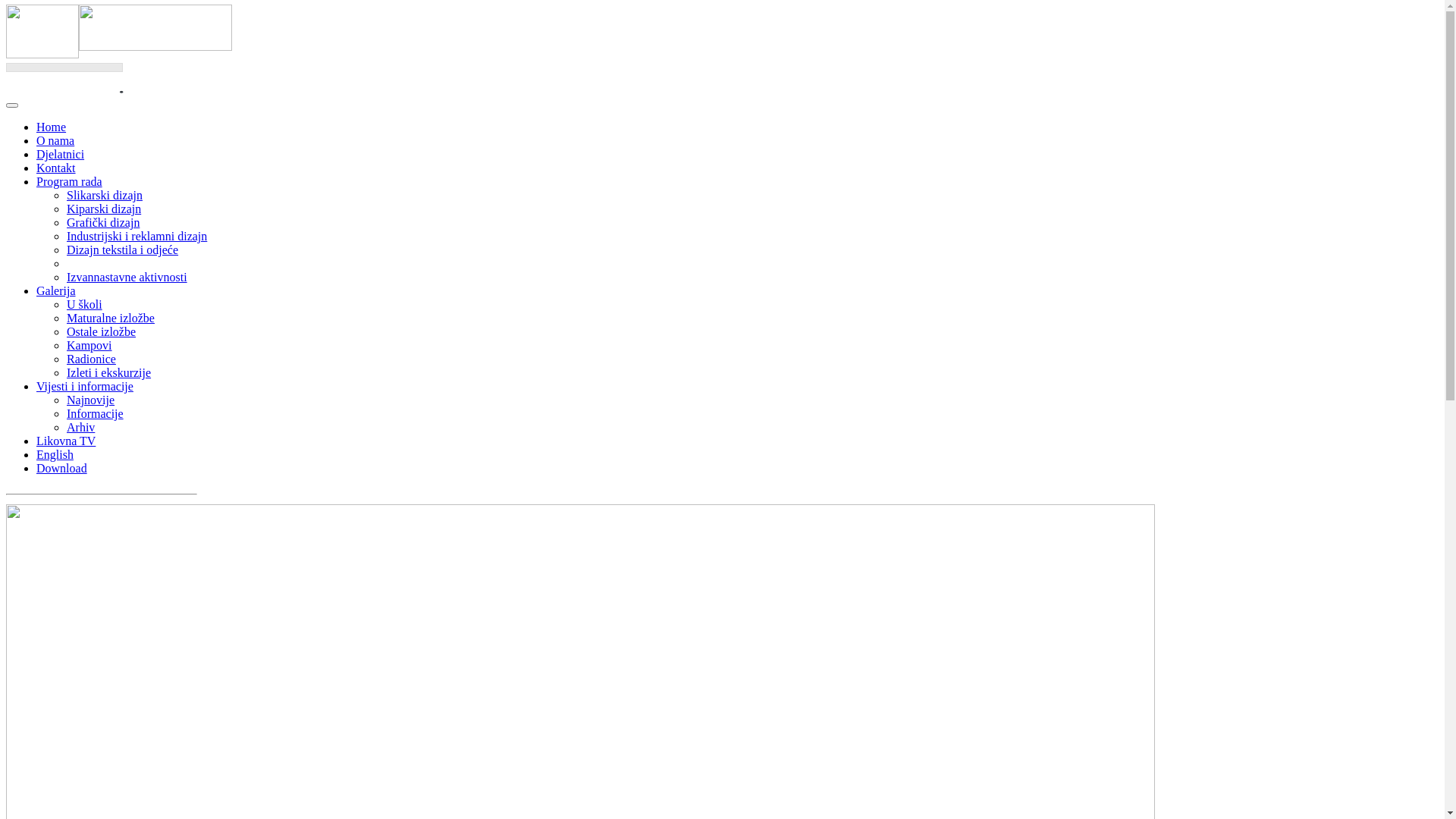 The width and height of the screenshot is (1456, 819). Describe the element at coordinates (55, 168) in the screenshot. I see `'Kontakt'` at that location.